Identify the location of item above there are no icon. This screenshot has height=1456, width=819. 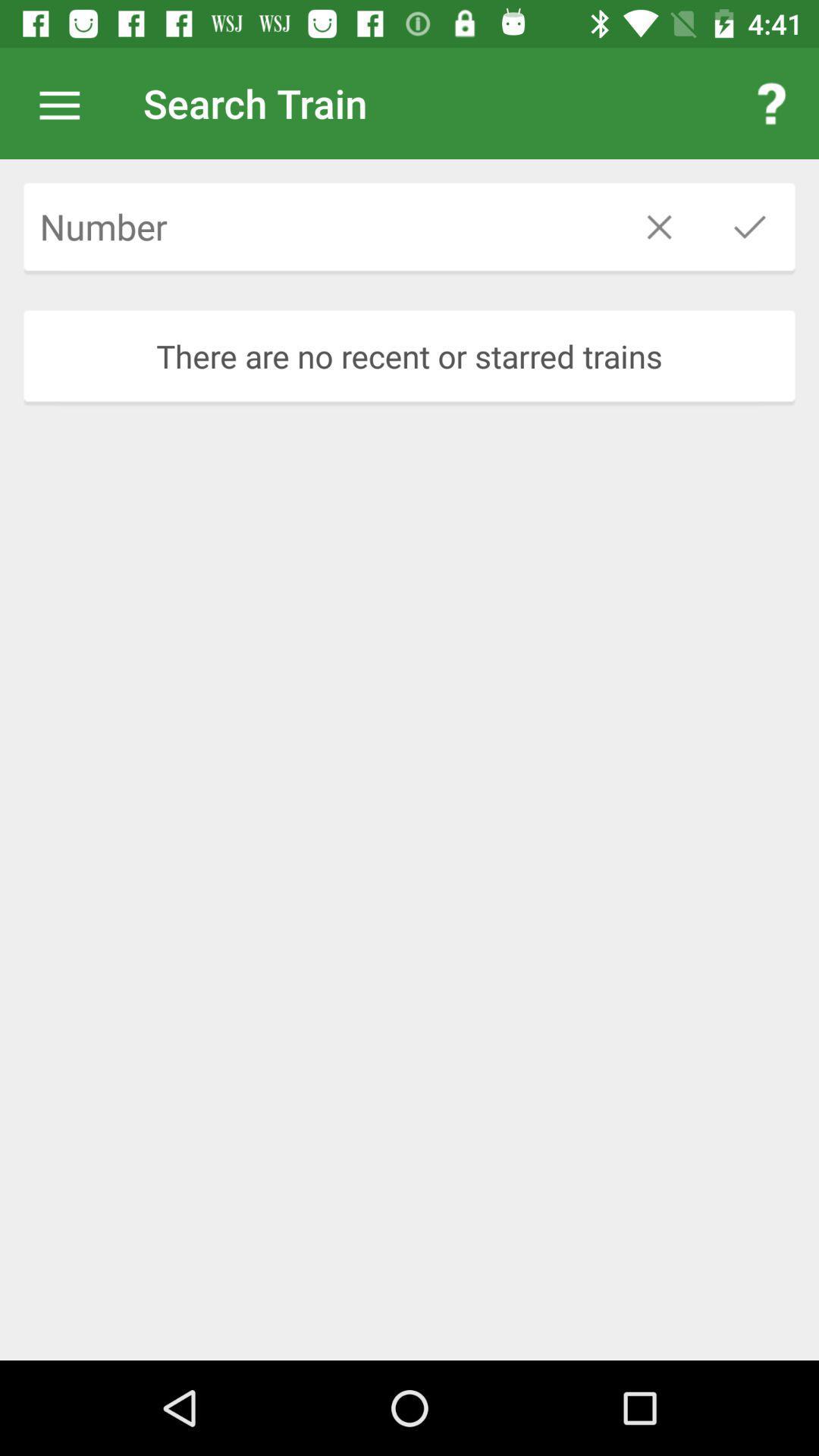
(318, 226).